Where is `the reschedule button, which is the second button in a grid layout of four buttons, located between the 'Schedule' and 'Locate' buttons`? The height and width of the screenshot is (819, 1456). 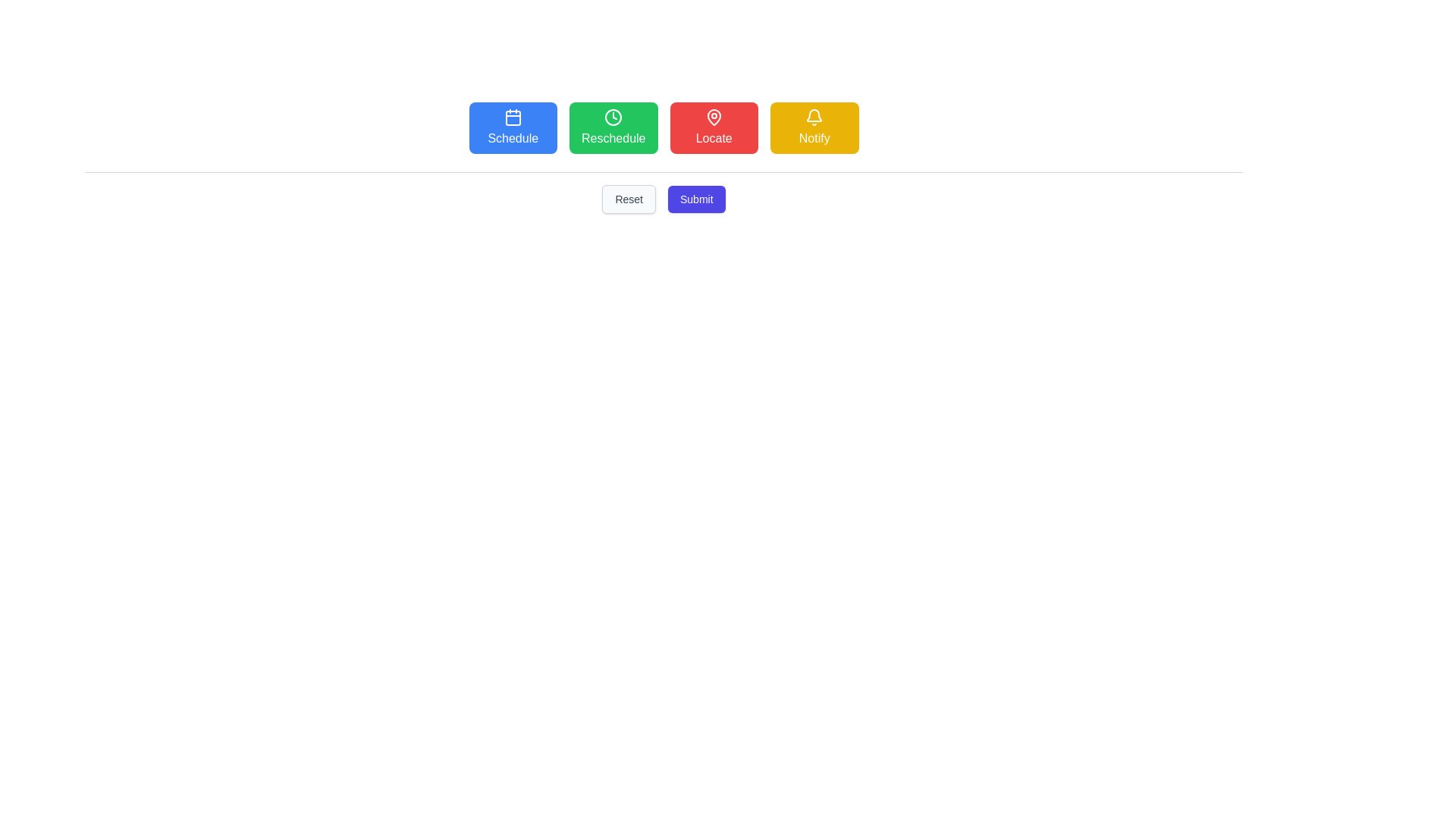 the reschedule button, which is the second button in a grid layout of four buttons, located between the 'Schedule' and 'Locate' buttons is located at coordinates (613, 127).